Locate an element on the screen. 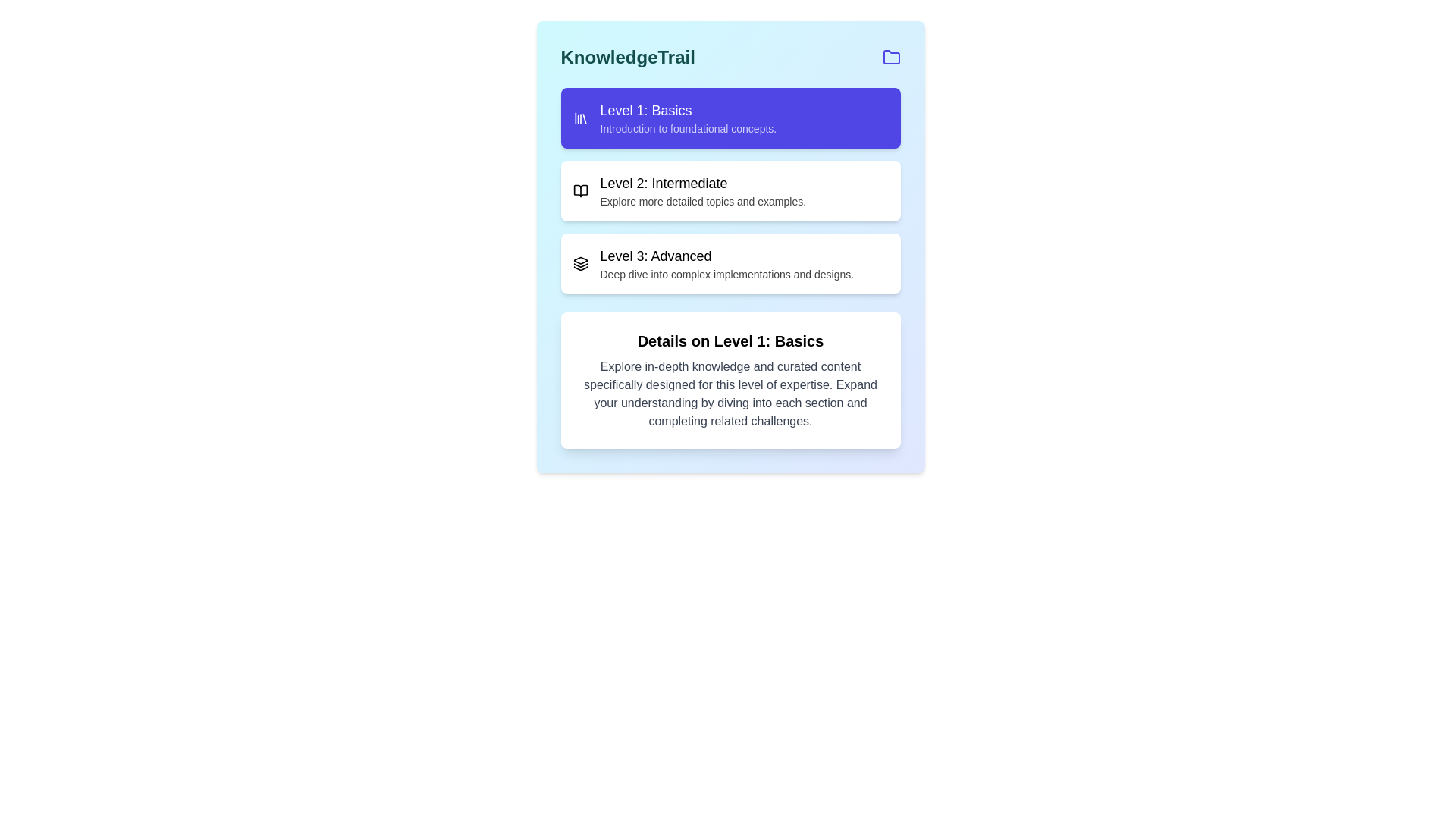  the library icon located to the left of the text 'Level 1: Basics' in the blue header section for visual cues is located at coordinates (579, 117).